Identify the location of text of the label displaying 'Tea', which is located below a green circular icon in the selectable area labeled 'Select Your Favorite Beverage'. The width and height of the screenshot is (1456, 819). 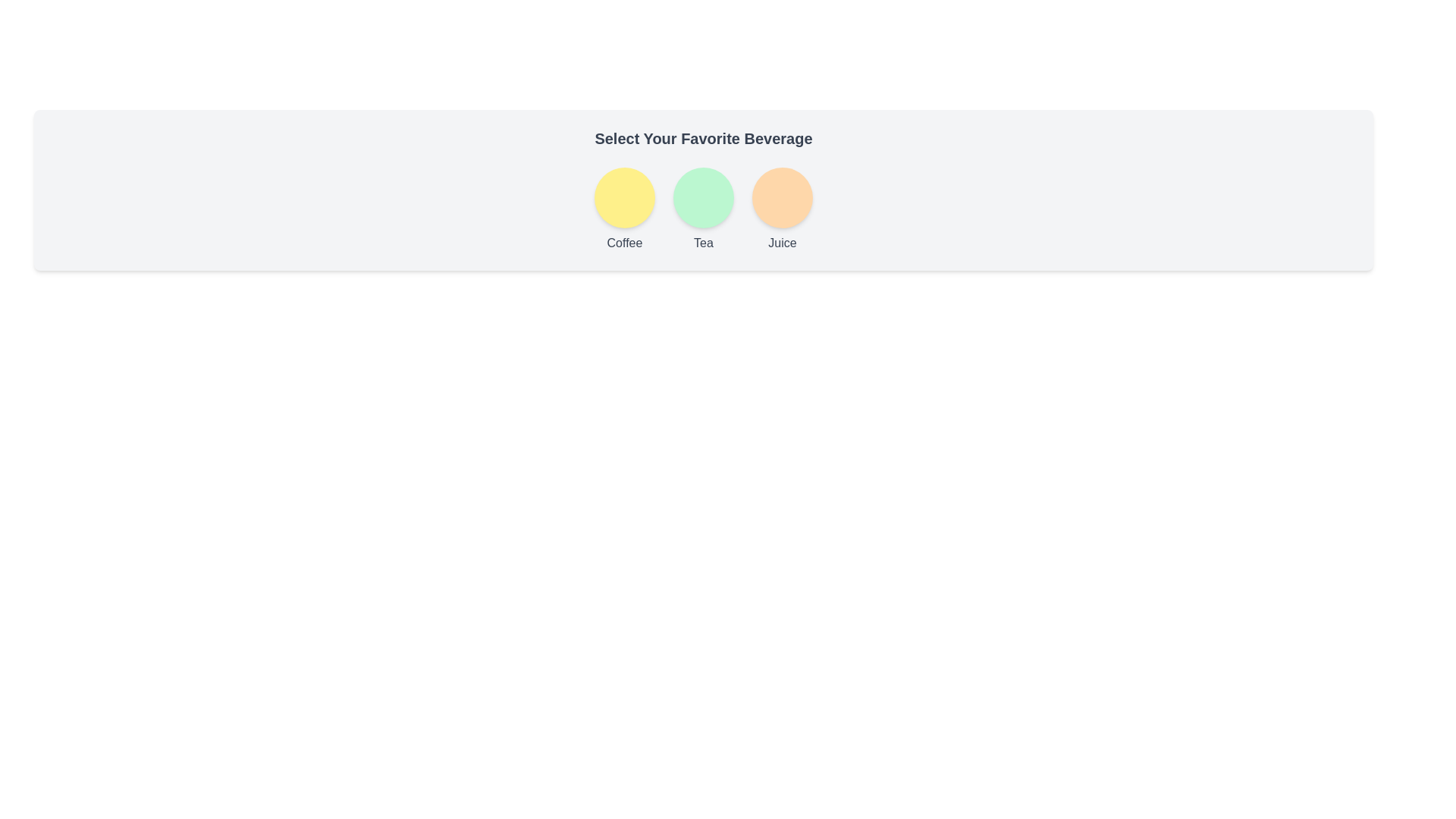
(702, 242).